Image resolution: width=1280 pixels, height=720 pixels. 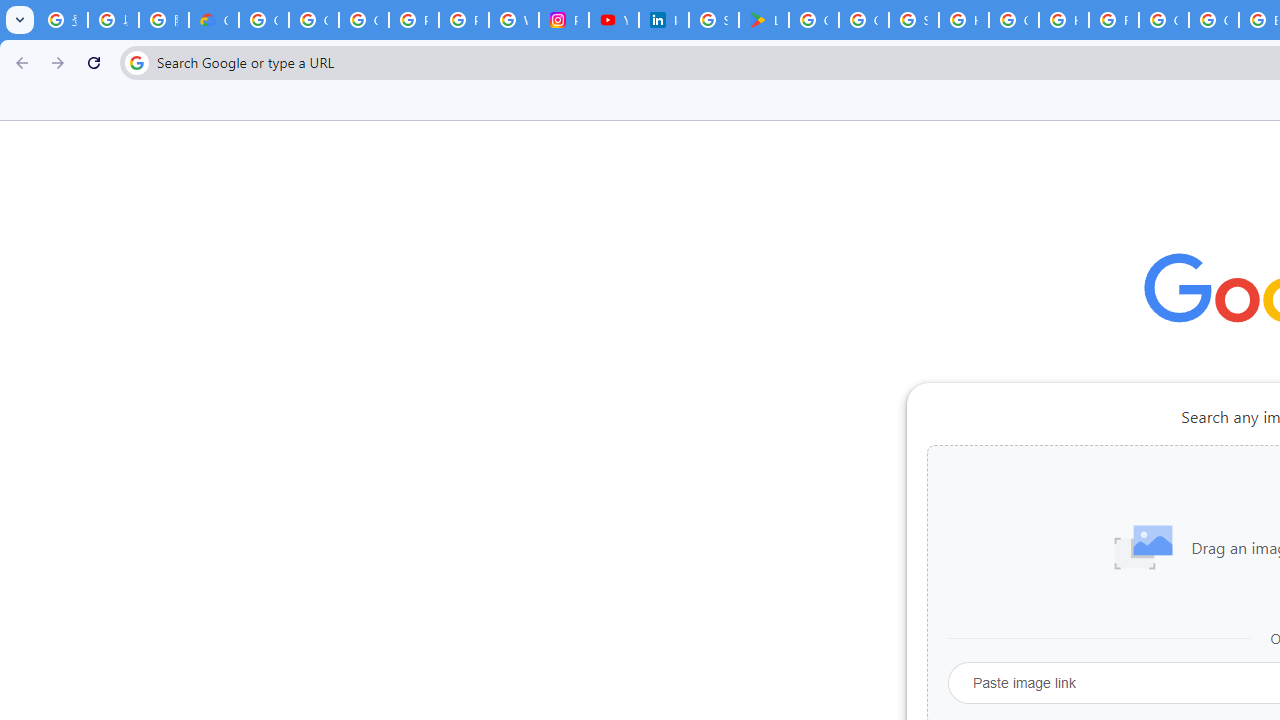 I want to click on 'Privacy Help Center - Policies Help', so click(x=413, y=20).